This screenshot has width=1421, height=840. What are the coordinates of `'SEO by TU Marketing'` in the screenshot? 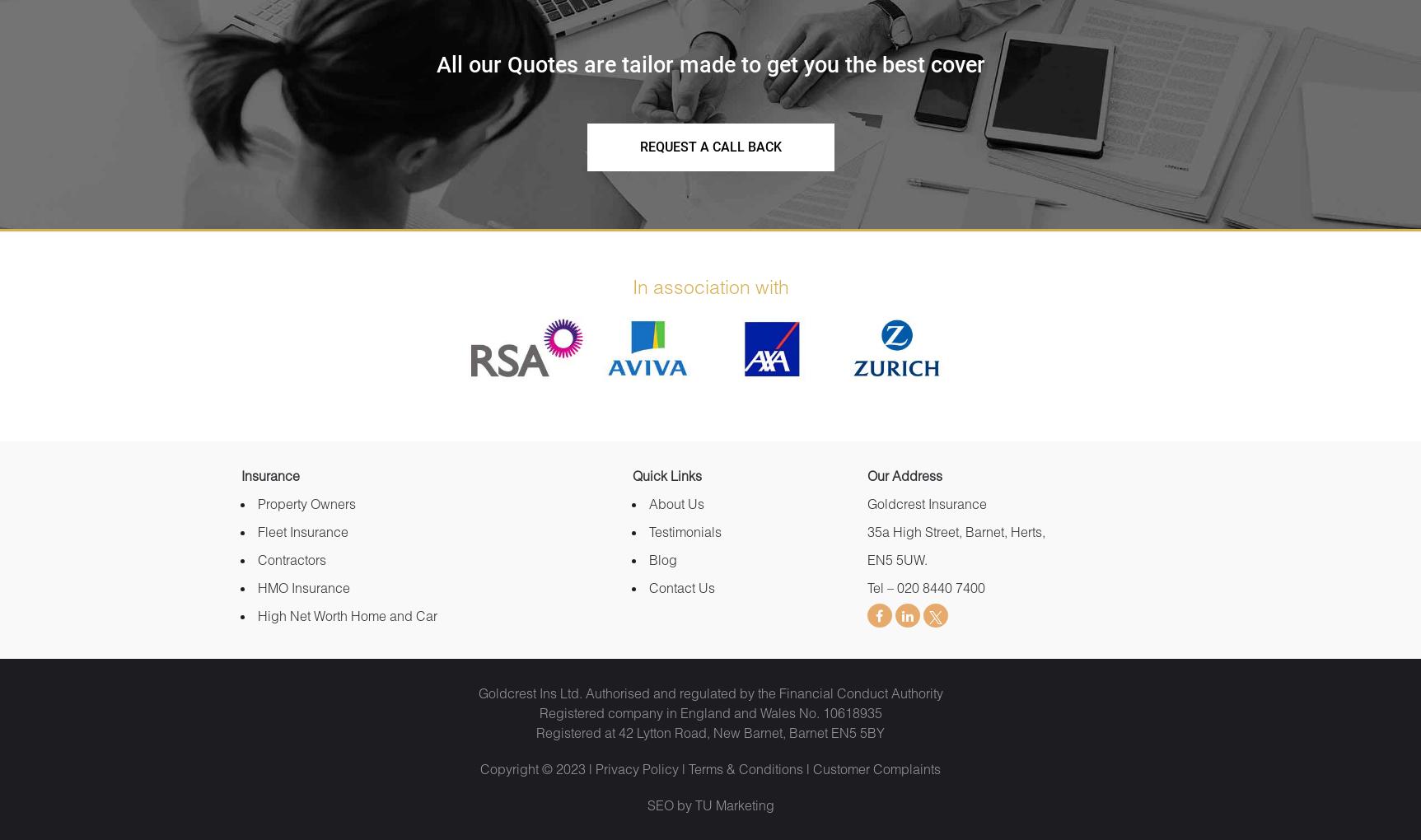 It's located at (709, 804).